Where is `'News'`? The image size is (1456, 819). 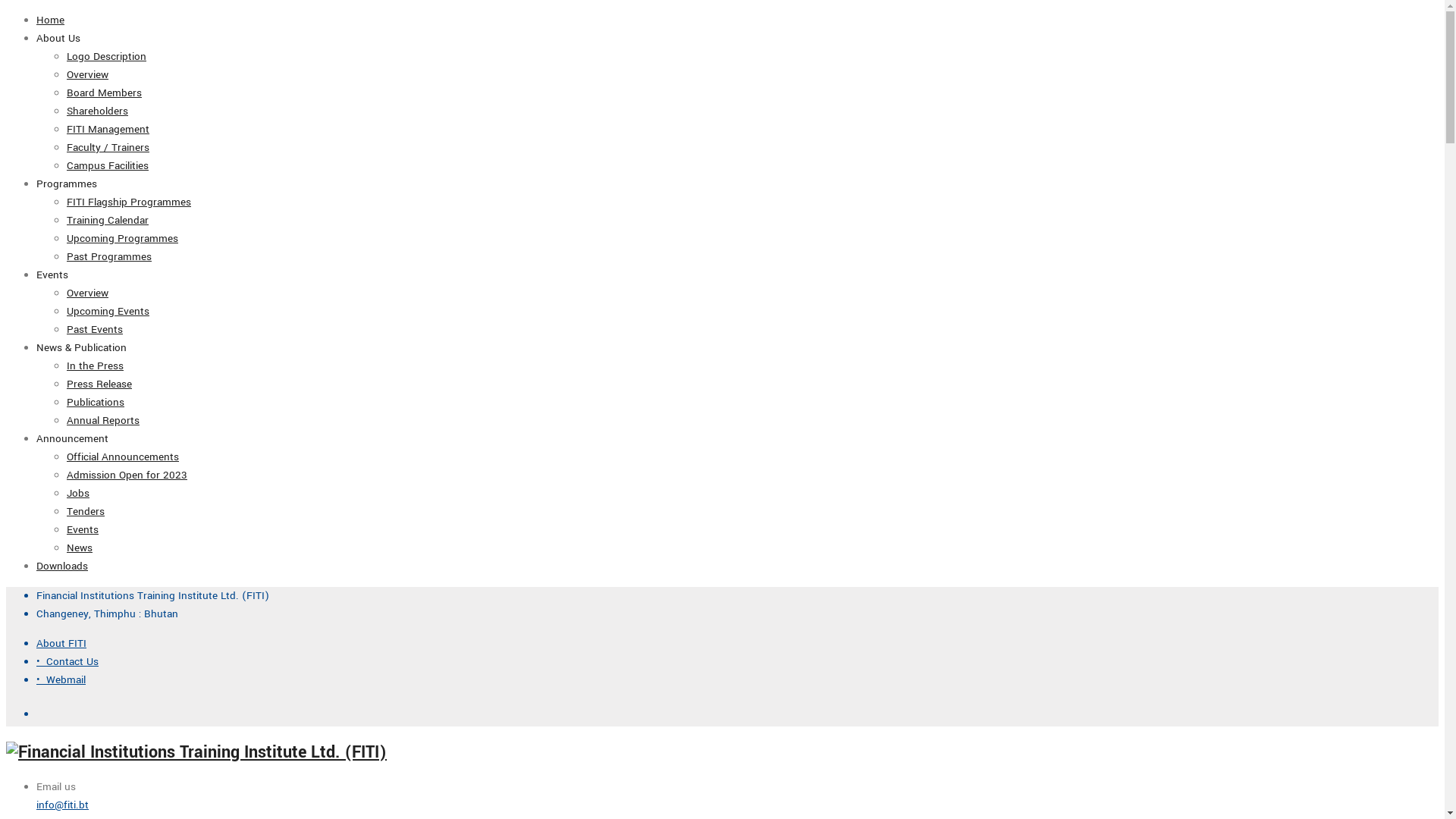
'News' is located at coordinates (79, 548).